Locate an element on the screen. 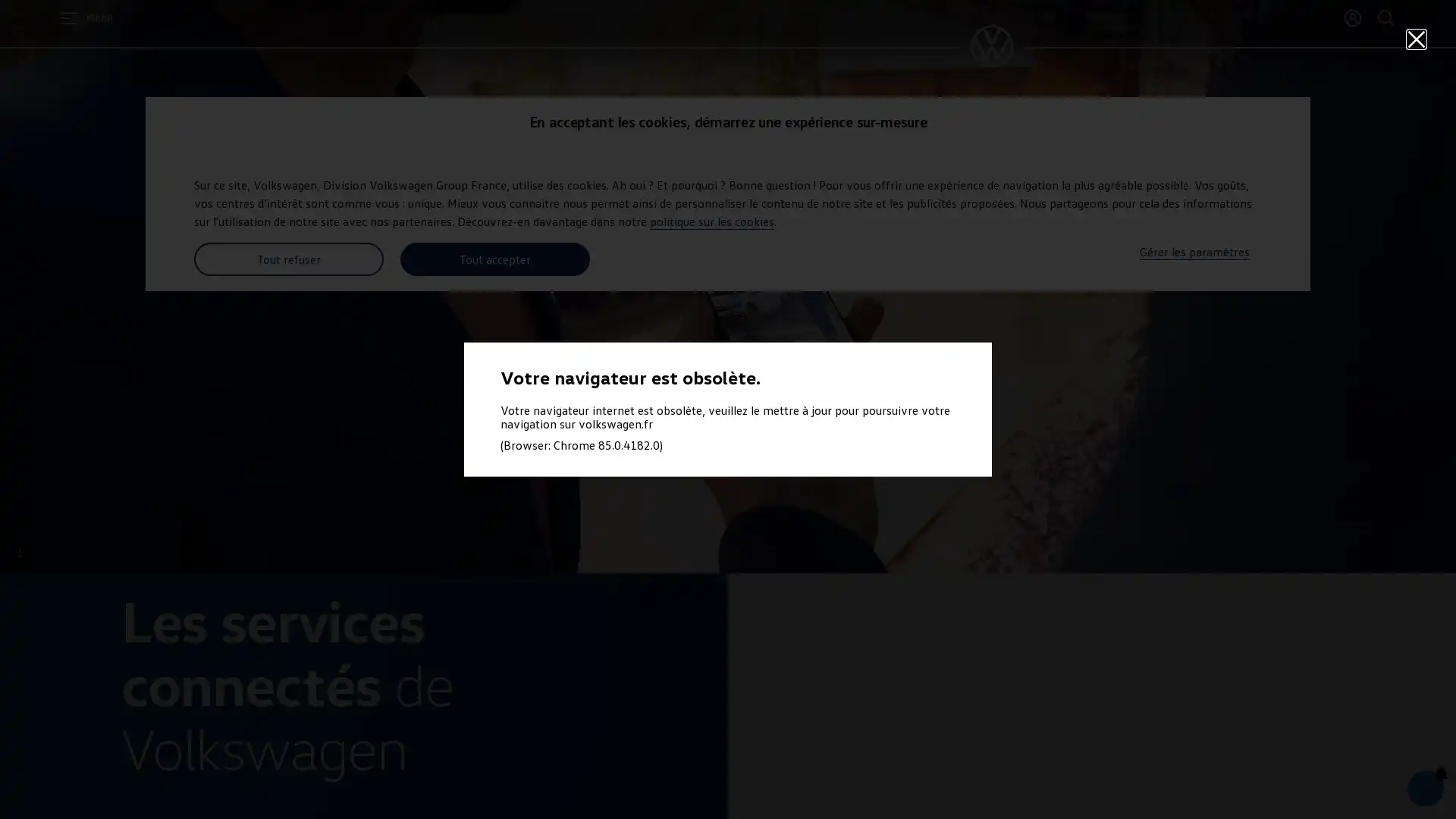 The image size is (1456, 819). Tout refuser is located at coordinates (288, 259).